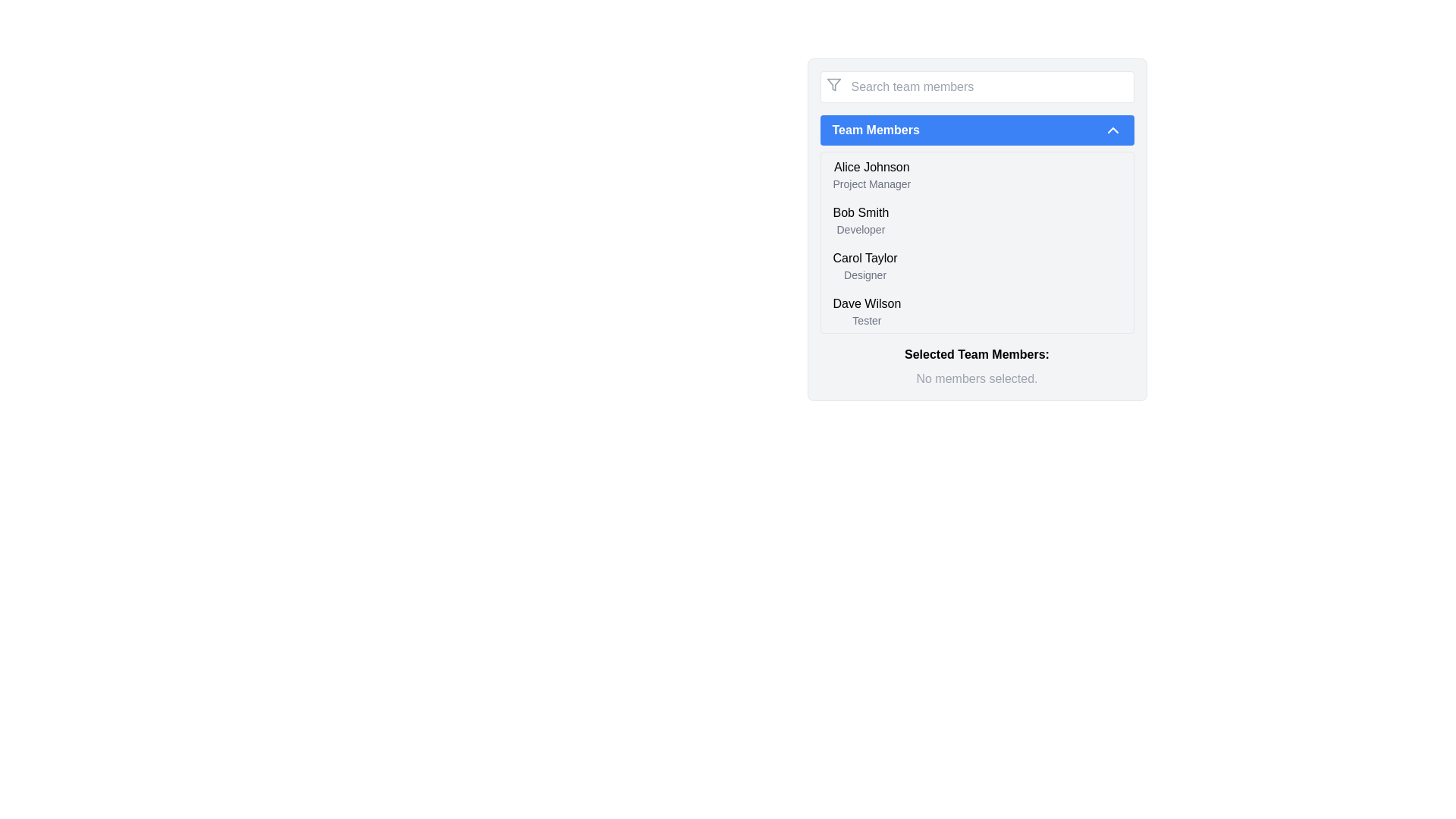  Describe the element at coordinates (977, 230) in the screenshot. I see `the Text Label representing the second team member in the list, located between 'Alice Johnson, Project Manager' and 'Carol Taylor, Designer'` at that location.